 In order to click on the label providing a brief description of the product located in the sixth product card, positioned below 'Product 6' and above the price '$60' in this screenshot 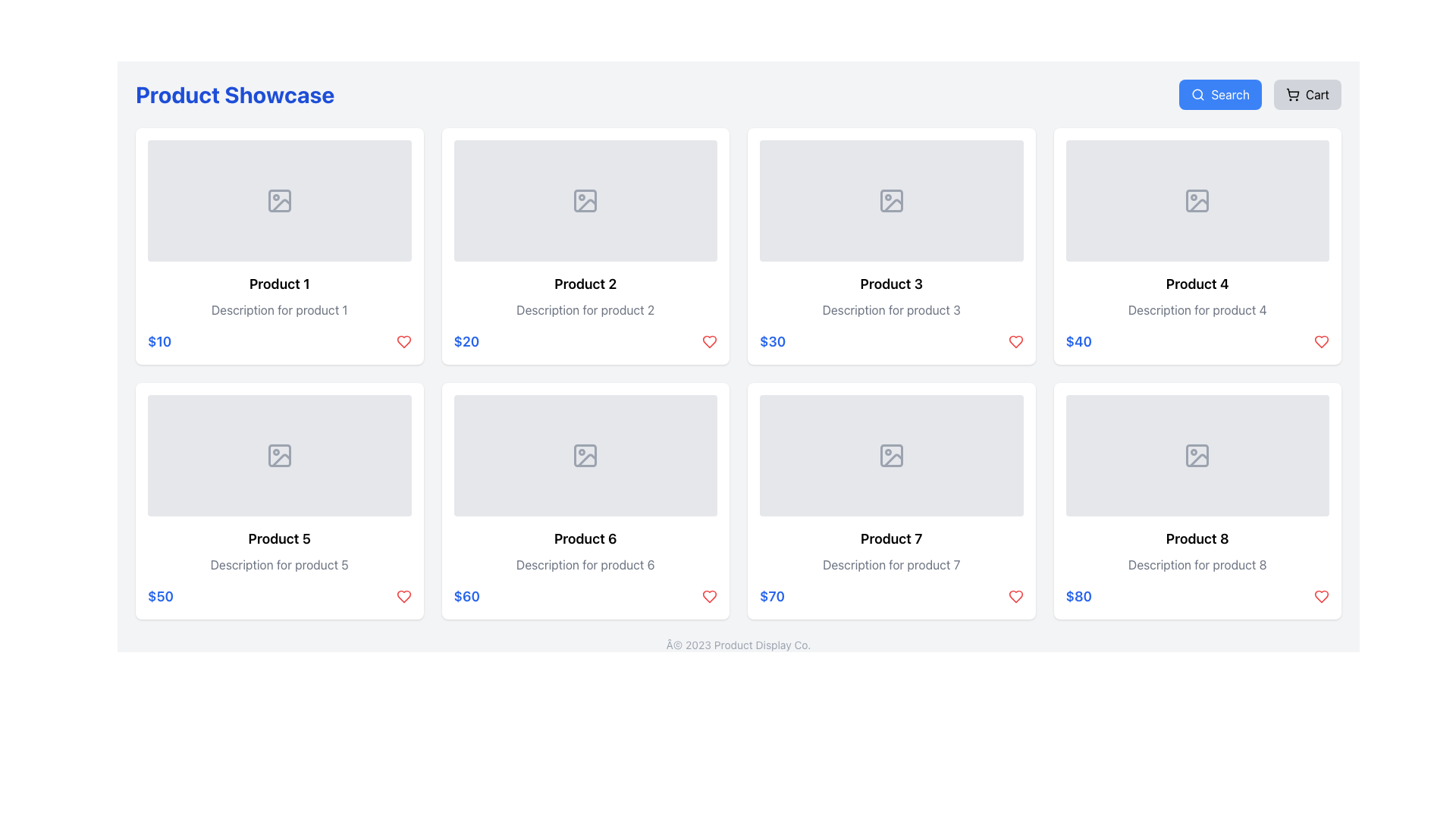, I will do `click(585, 564)`.